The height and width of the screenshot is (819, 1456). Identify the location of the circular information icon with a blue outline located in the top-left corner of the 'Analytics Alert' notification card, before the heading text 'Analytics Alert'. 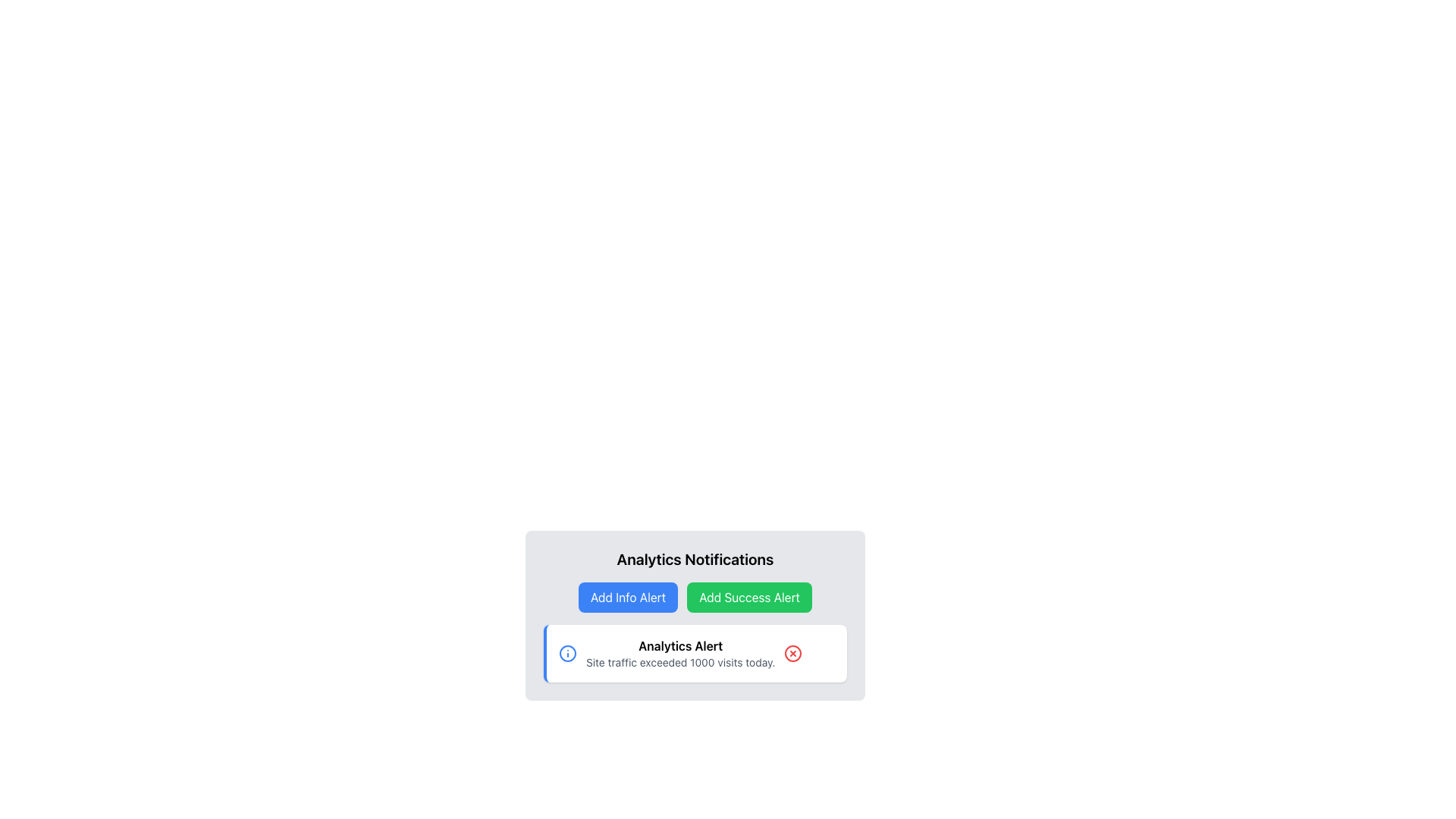
(566, 652).